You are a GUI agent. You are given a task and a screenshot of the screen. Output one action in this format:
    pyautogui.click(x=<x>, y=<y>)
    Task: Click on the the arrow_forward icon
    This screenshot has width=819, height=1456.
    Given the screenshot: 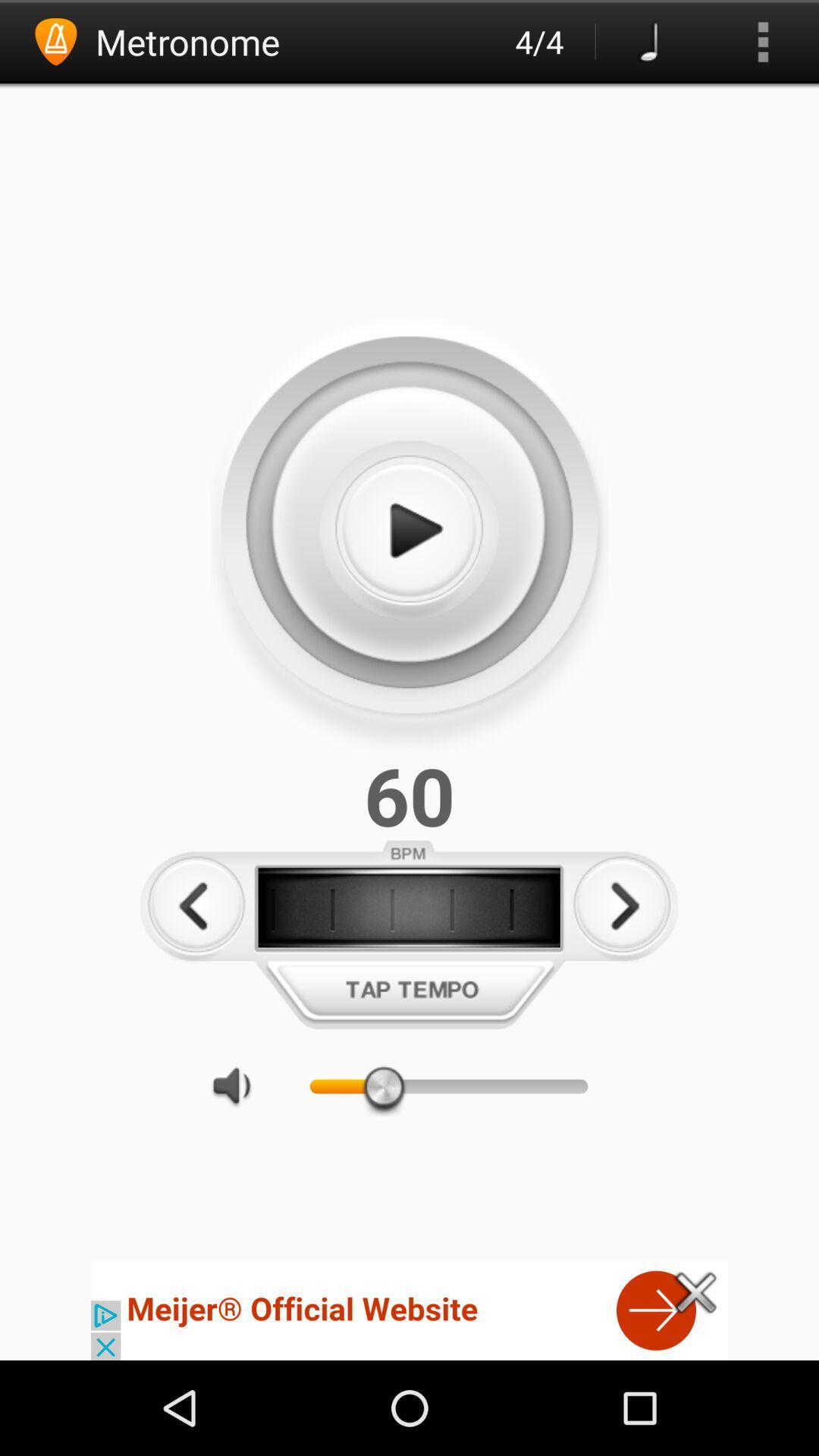 What is the action you would take?
    pyautogui.click(x=622, y=969)
    